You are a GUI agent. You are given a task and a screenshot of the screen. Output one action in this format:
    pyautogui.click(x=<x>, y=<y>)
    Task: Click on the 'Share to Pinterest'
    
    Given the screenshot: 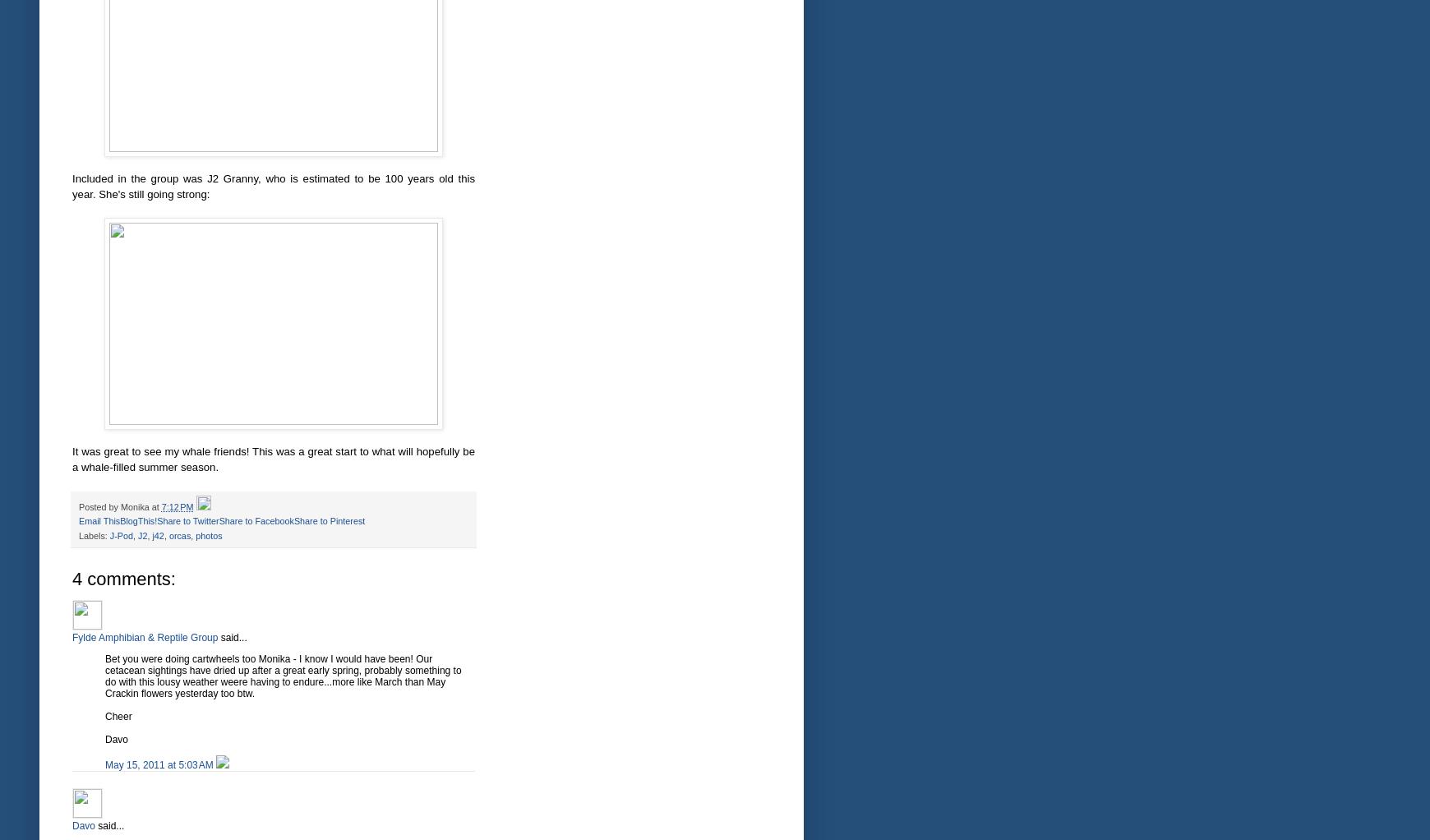 What is the action you would take?
    pyautogui.click(x=329, y=521)
    